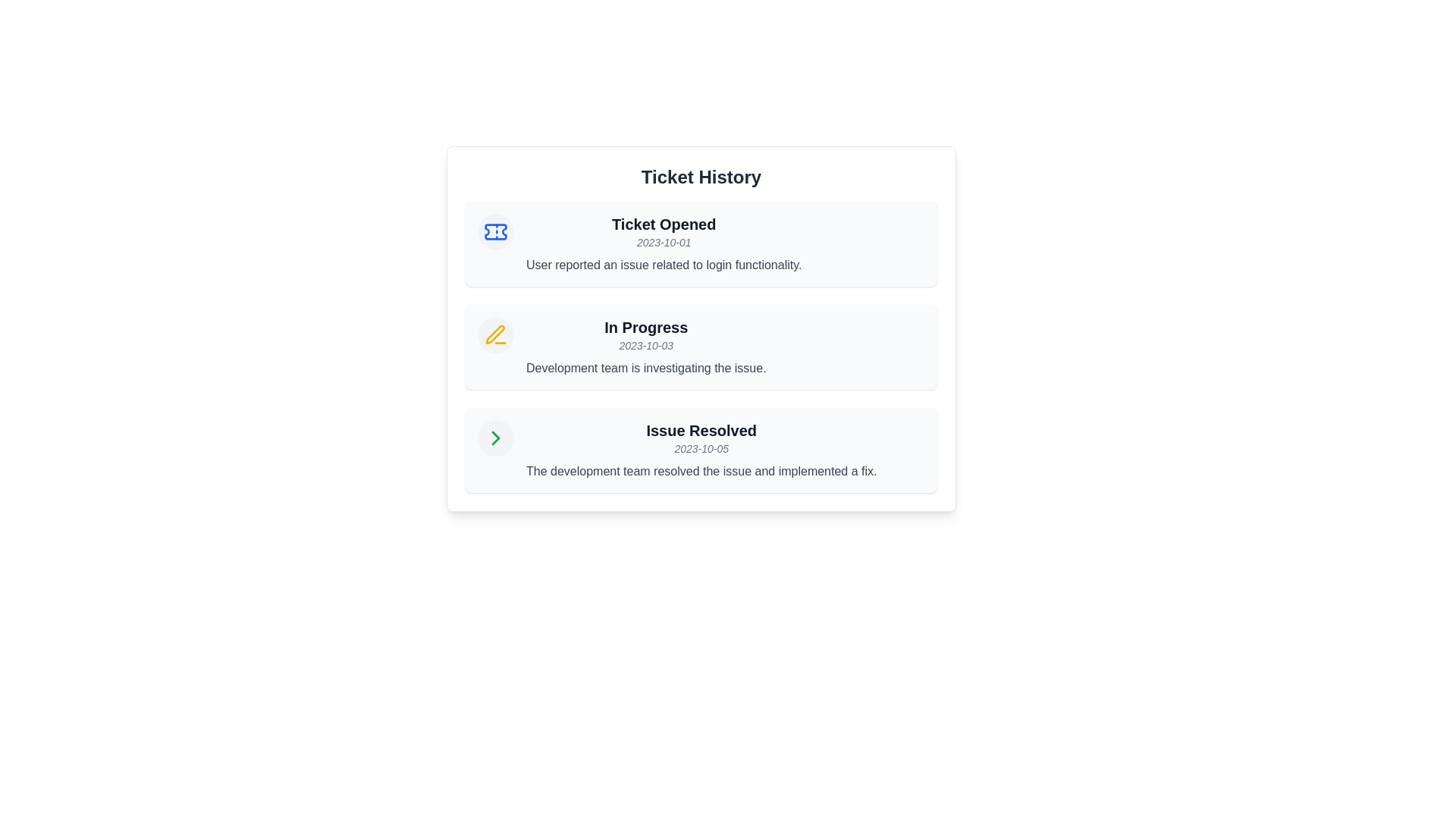 The image size is (1456, 819). Describe the element at coordinates (701, 347) in the screenshot. I see `the Informational Card that displays 'In Progress', which is the second card in a vertical list of three status cards` at that location.